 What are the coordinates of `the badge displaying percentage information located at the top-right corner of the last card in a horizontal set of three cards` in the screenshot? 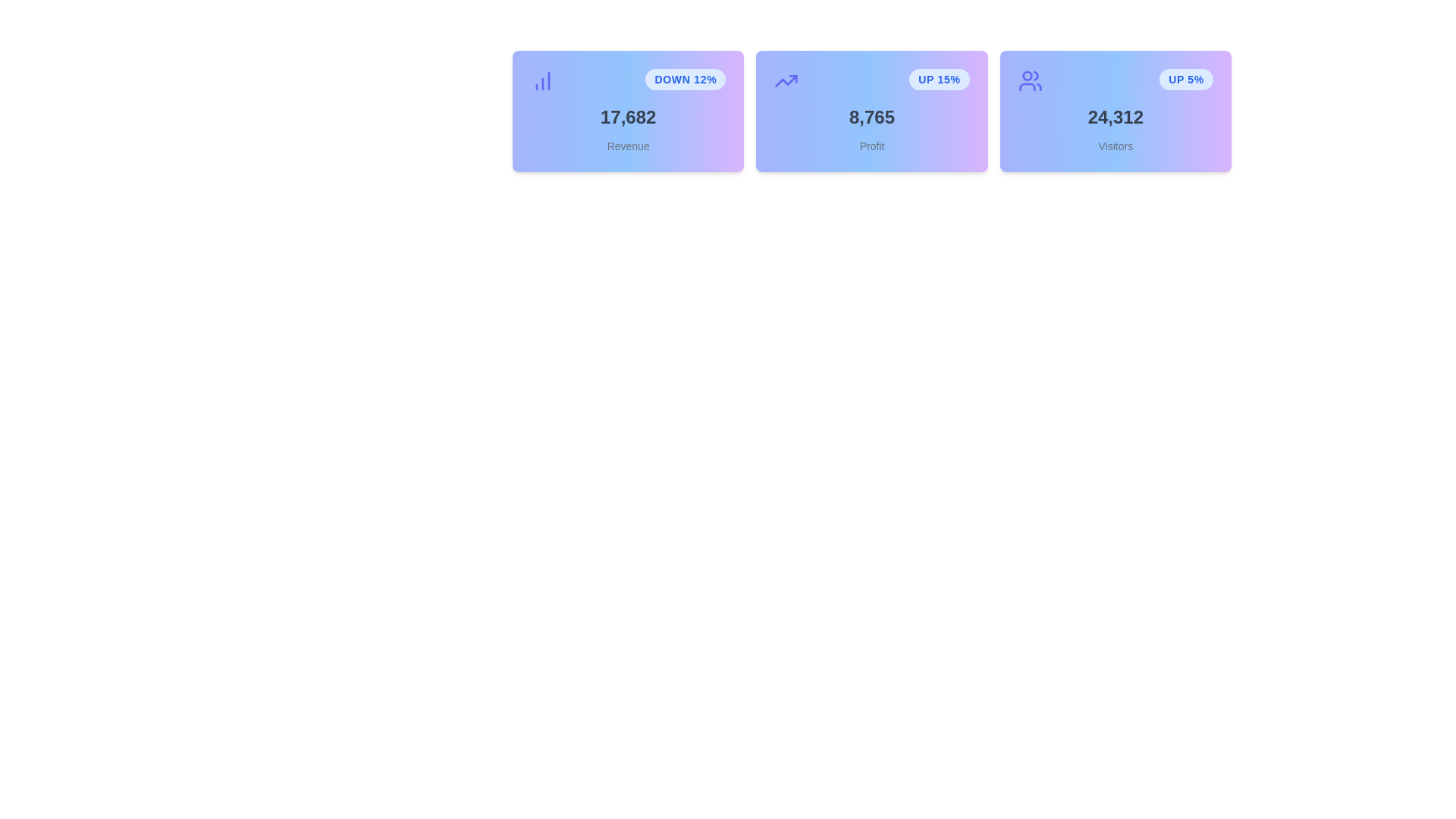 It's located at (1185, 79).